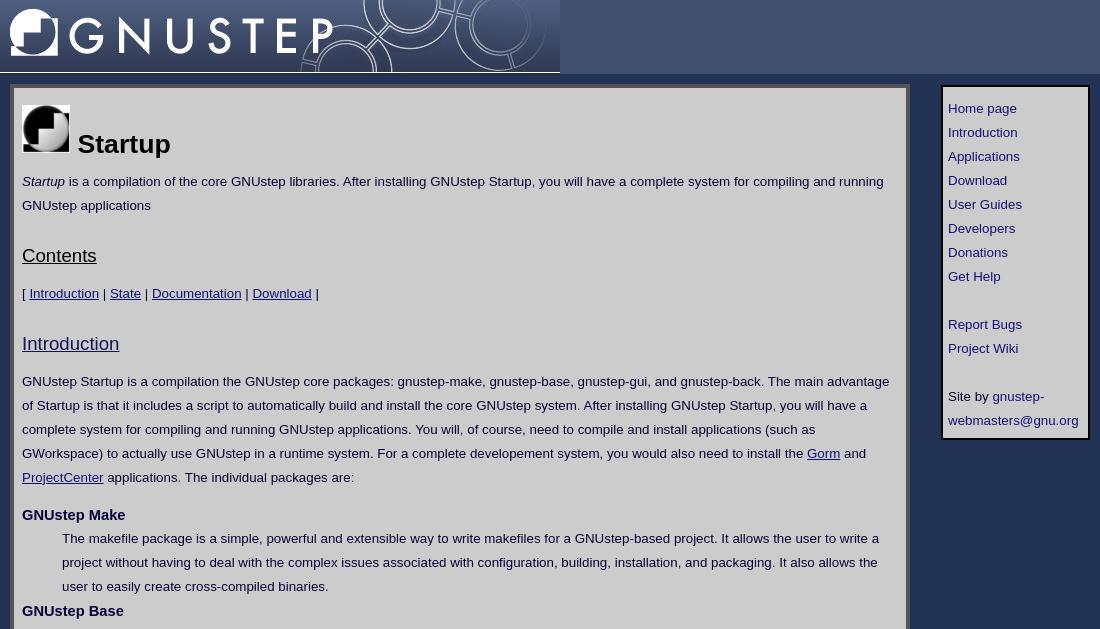  Describe the element at coordinates (968, 395) in the screenshot. I see `'Site by'` at that location.